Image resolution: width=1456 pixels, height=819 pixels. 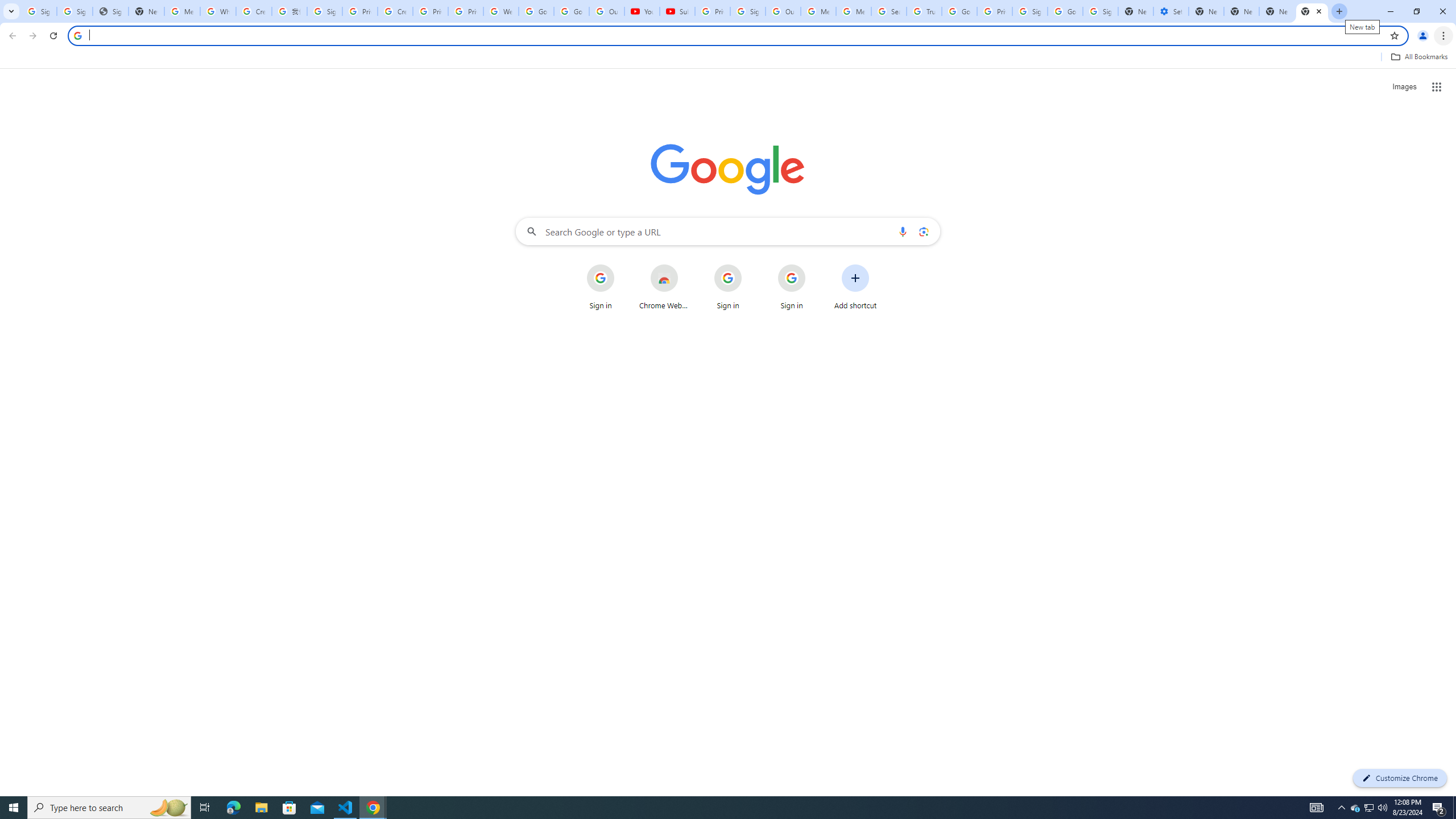 I want to click on 'Who is my administrator? - Google Account Help', so click(x=218, y=11).